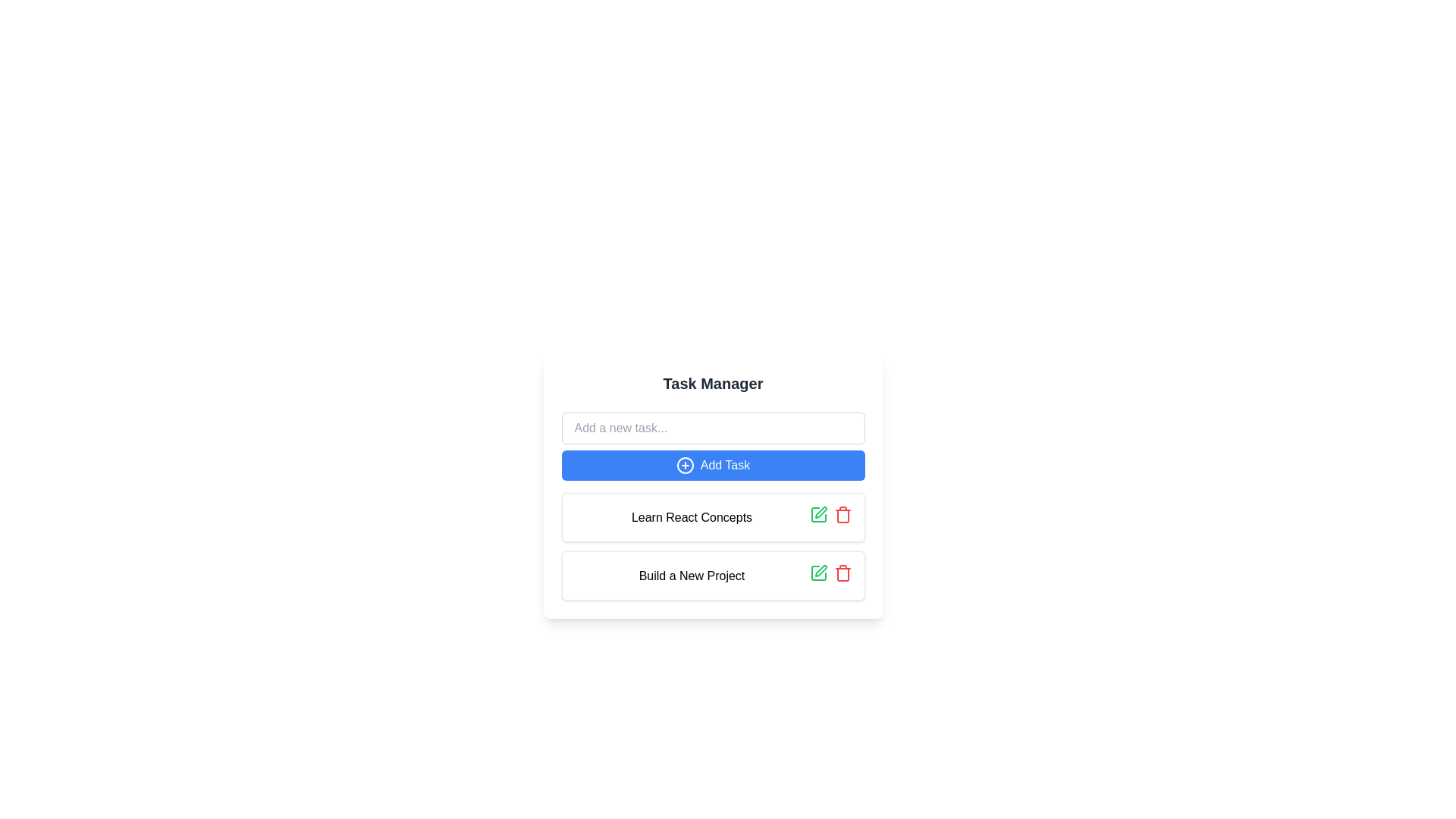 This screenshot has width=1456, height=819. Describe the element at coordinates (712, 464) in the screenshot. I see `the button located below the 'Add a new task...' input field` at that location.